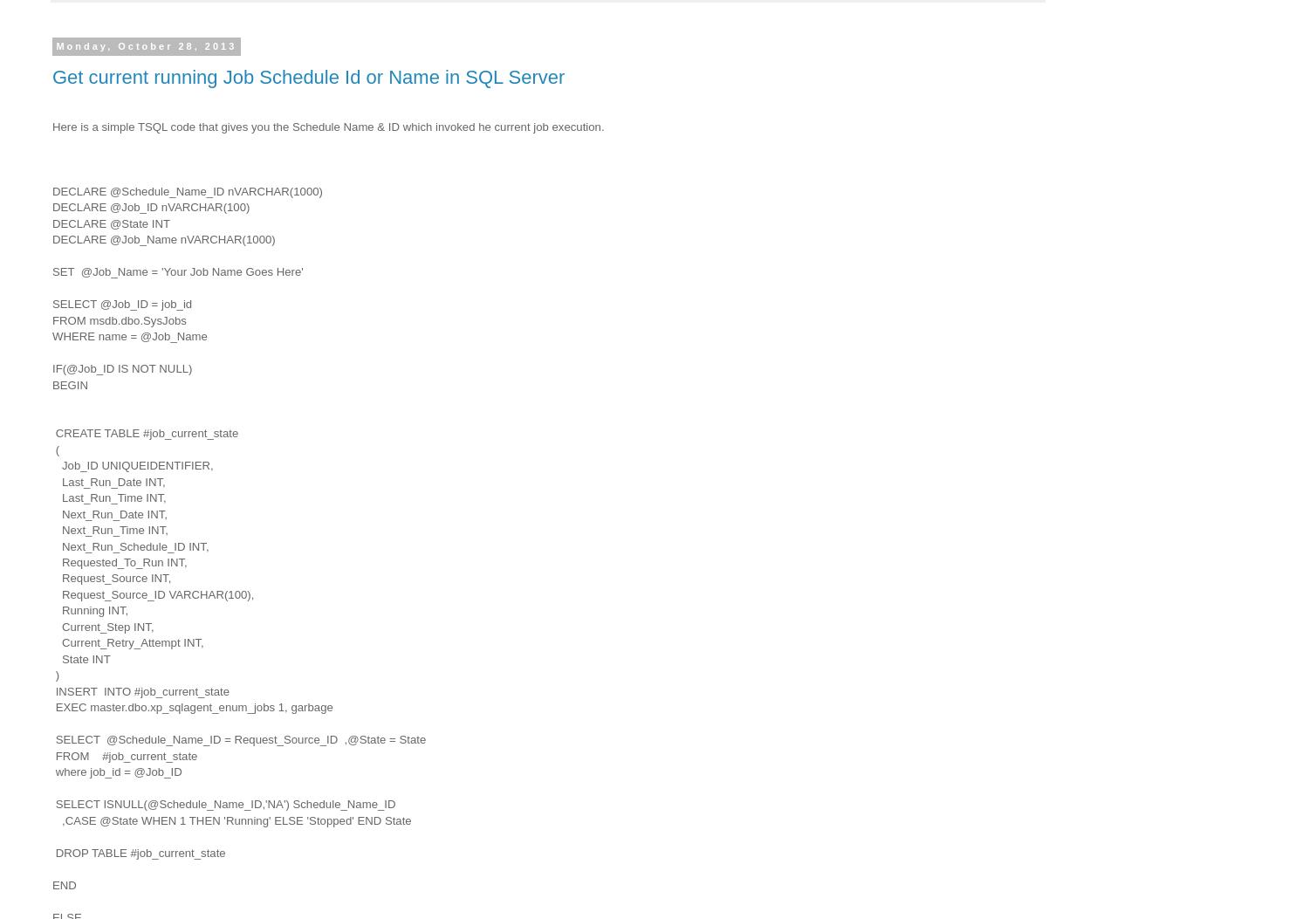  What do you see at coordinates (102, 803) in the screenshot?
I see `'ISNULL(@Schedule_Name_ID,'NA') Schedule_Name_ID'` at bounding box center [102, 803].